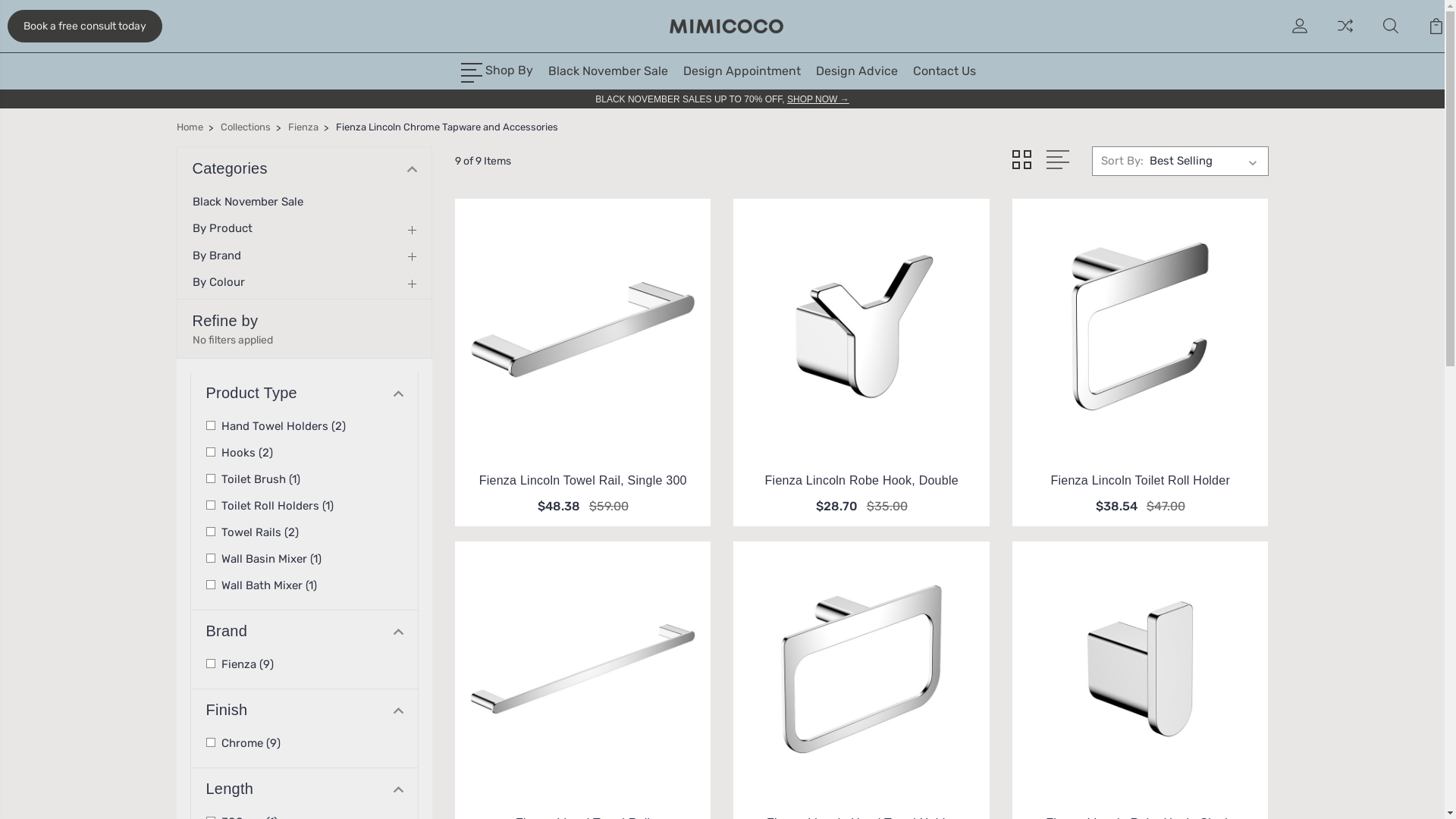 Image resolution: width=1456 pixels, height=819 pixels. What do you see at coordinates (188, 126) in the screenshot?
I see `'Home'` at bounding box center [188, 126].